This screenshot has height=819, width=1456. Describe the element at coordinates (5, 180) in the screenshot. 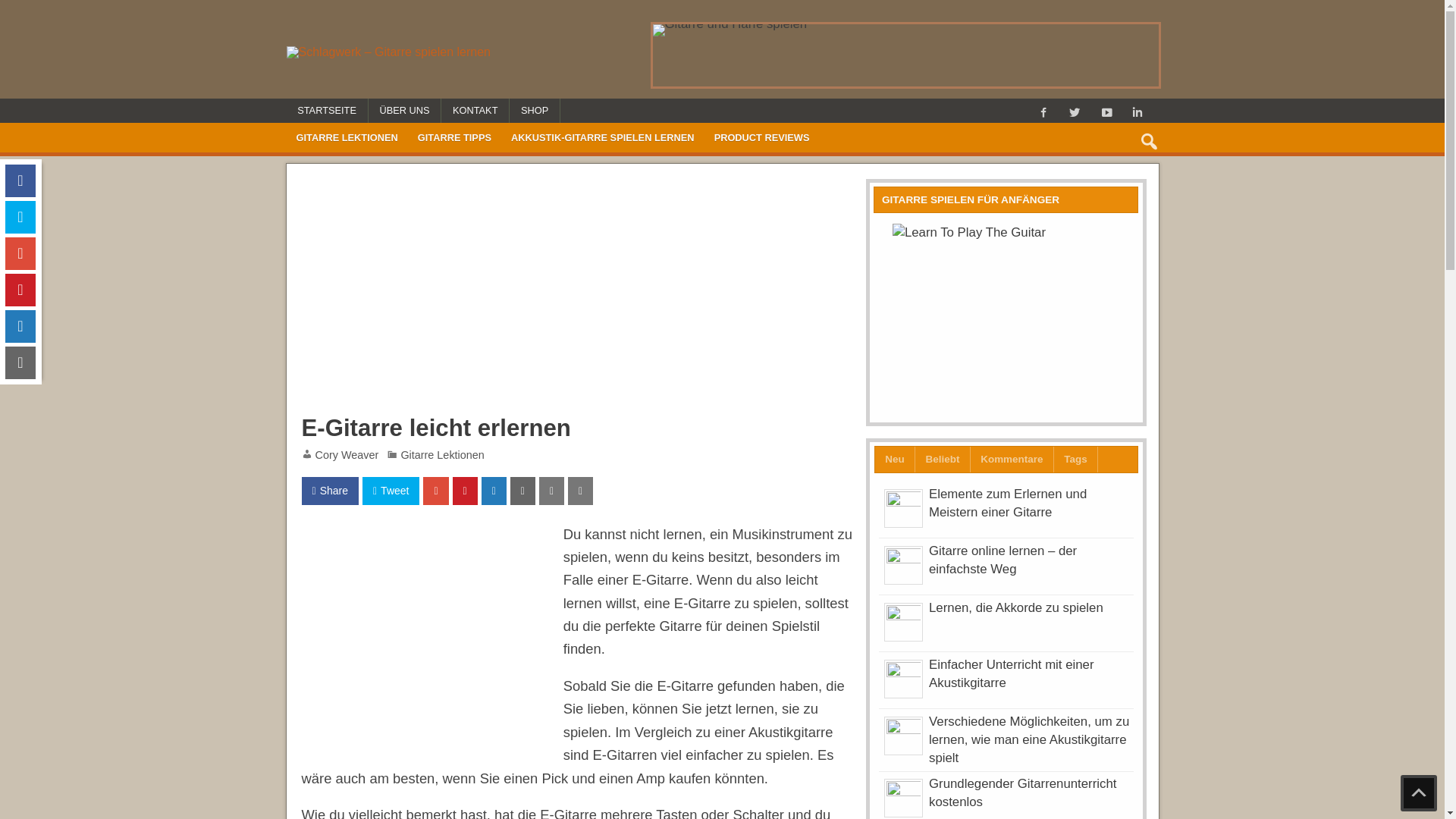

I see `'Share On Facebook'` at that location.